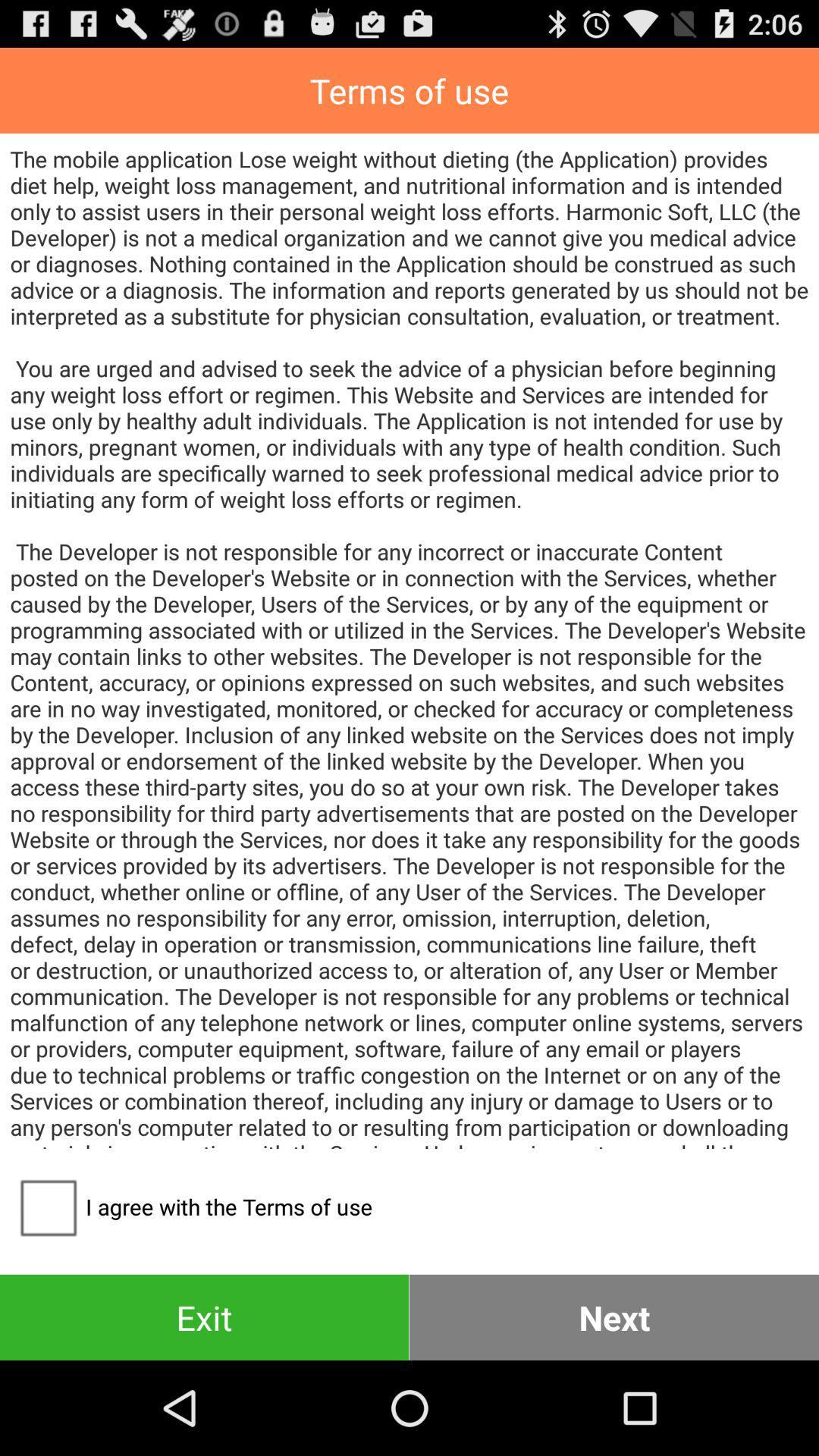  I want to click on item to the left of next button, so click(203, 1316).